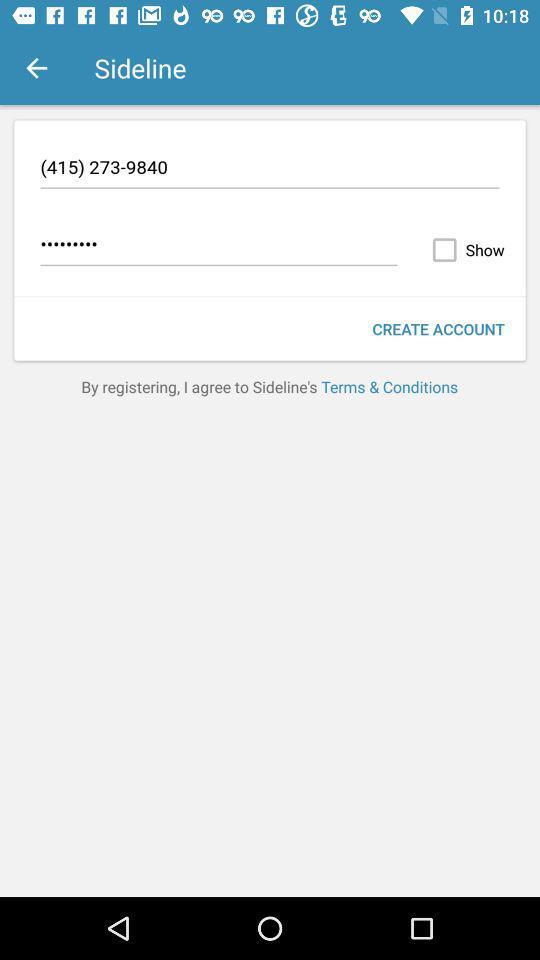 This screenshot has height=960, width=540. What do you see at coordinates (218, 246) in the screenshot?
I see `the icon below the (415) 273-9840` at bounding box center [218, 246].